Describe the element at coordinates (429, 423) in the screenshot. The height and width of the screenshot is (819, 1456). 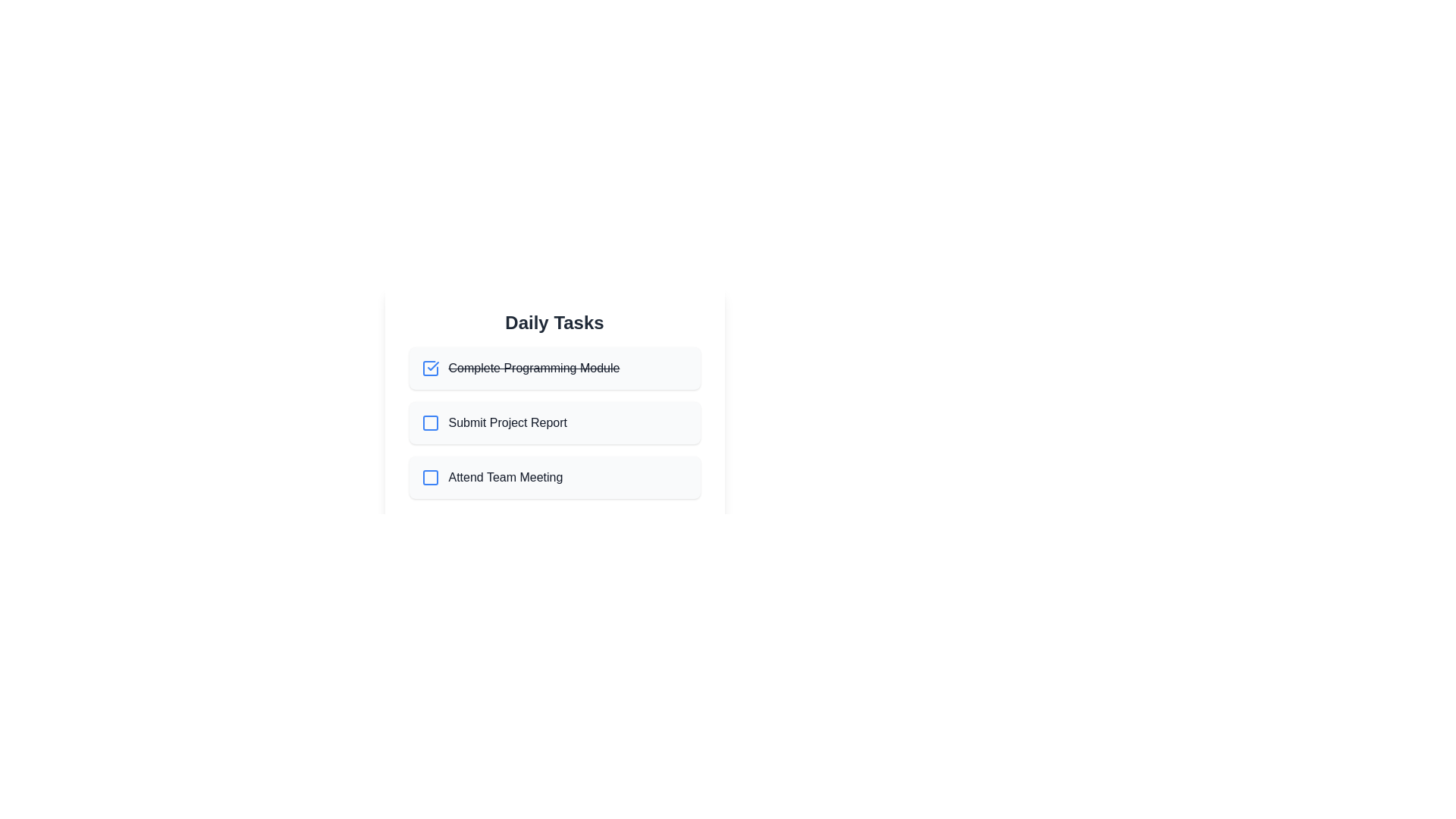
I see `the checkbox icon for the task 'Submit Project Report'` at that location.